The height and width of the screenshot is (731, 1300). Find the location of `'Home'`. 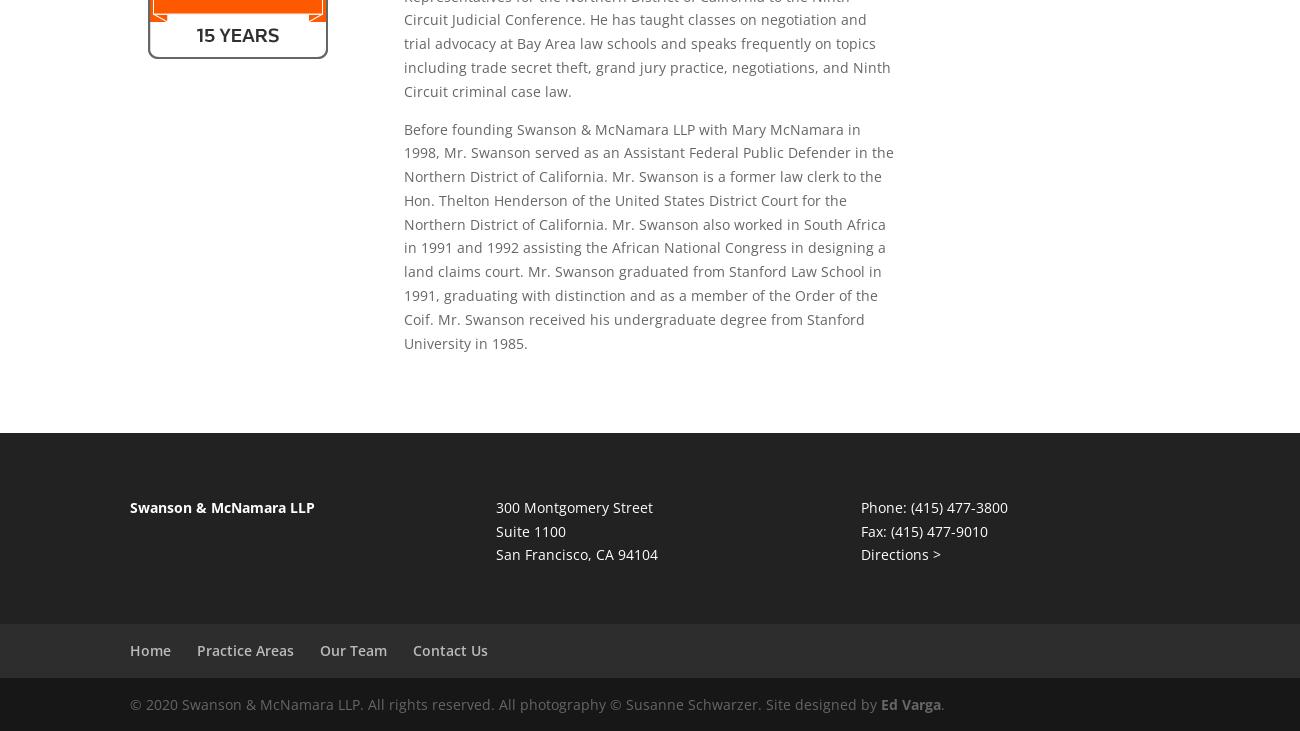

'Home' is located at coordinates (149, 650).